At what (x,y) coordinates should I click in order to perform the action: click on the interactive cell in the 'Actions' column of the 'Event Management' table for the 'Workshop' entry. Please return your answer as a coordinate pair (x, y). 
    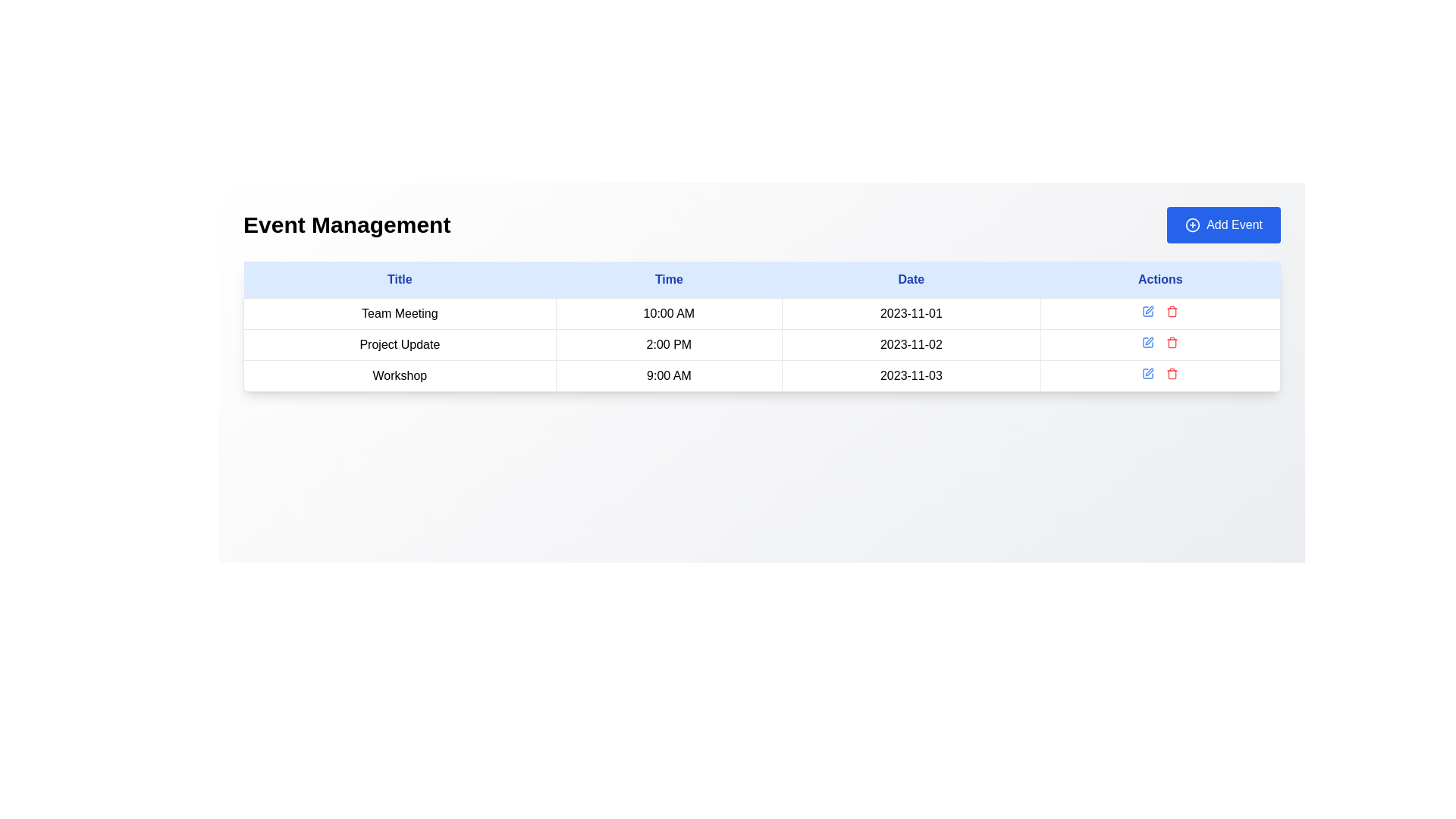
    Looking at the image, I should click on (1159, 375).